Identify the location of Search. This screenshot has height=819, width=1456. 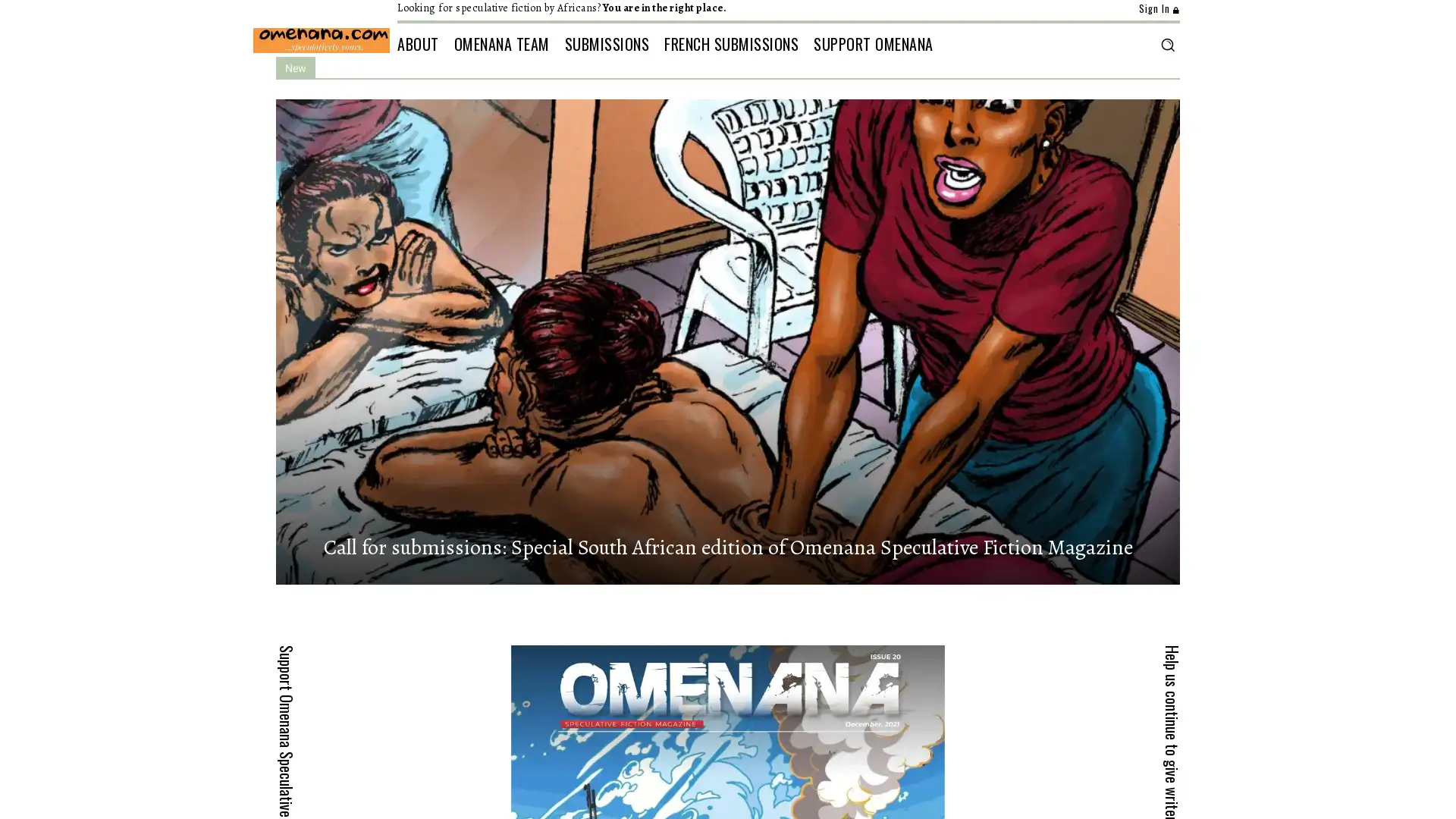
(1166, 43).